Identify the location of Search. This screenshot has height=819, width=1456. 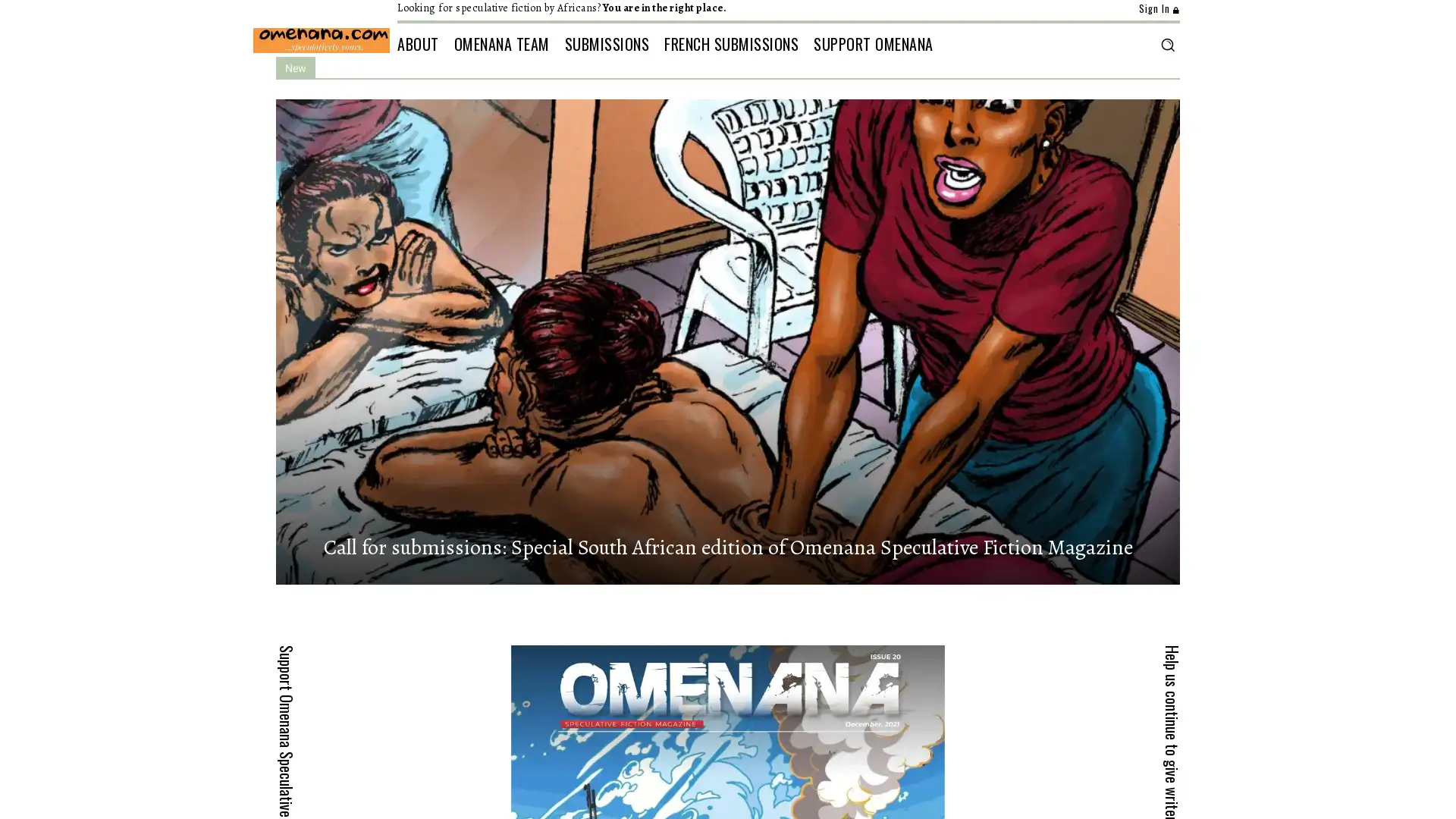
(1166, 43).